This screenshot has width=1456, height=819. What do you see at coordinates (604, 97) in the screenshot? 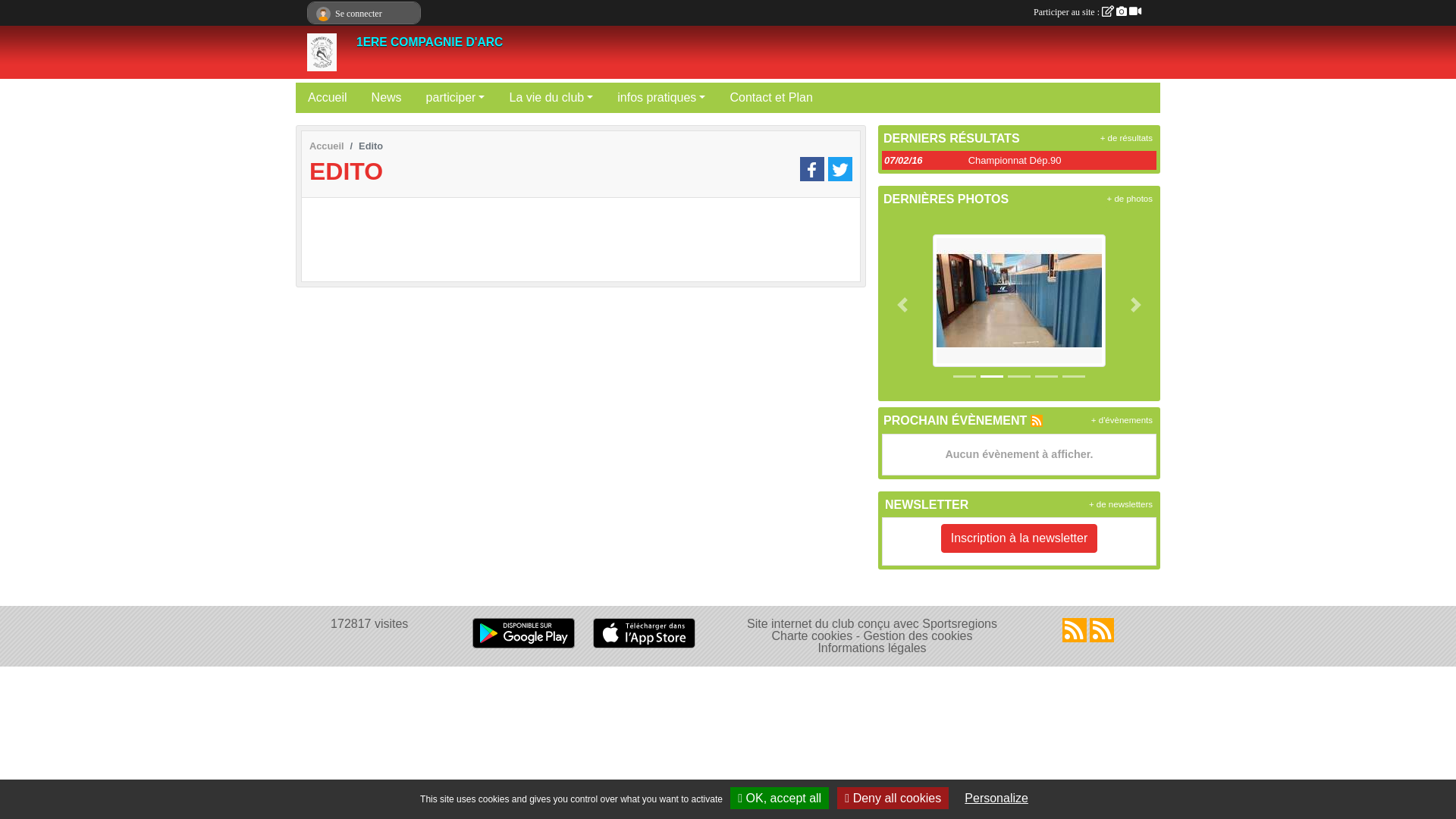
I see `'infos pratiques'` at bounding box center [604, 97].